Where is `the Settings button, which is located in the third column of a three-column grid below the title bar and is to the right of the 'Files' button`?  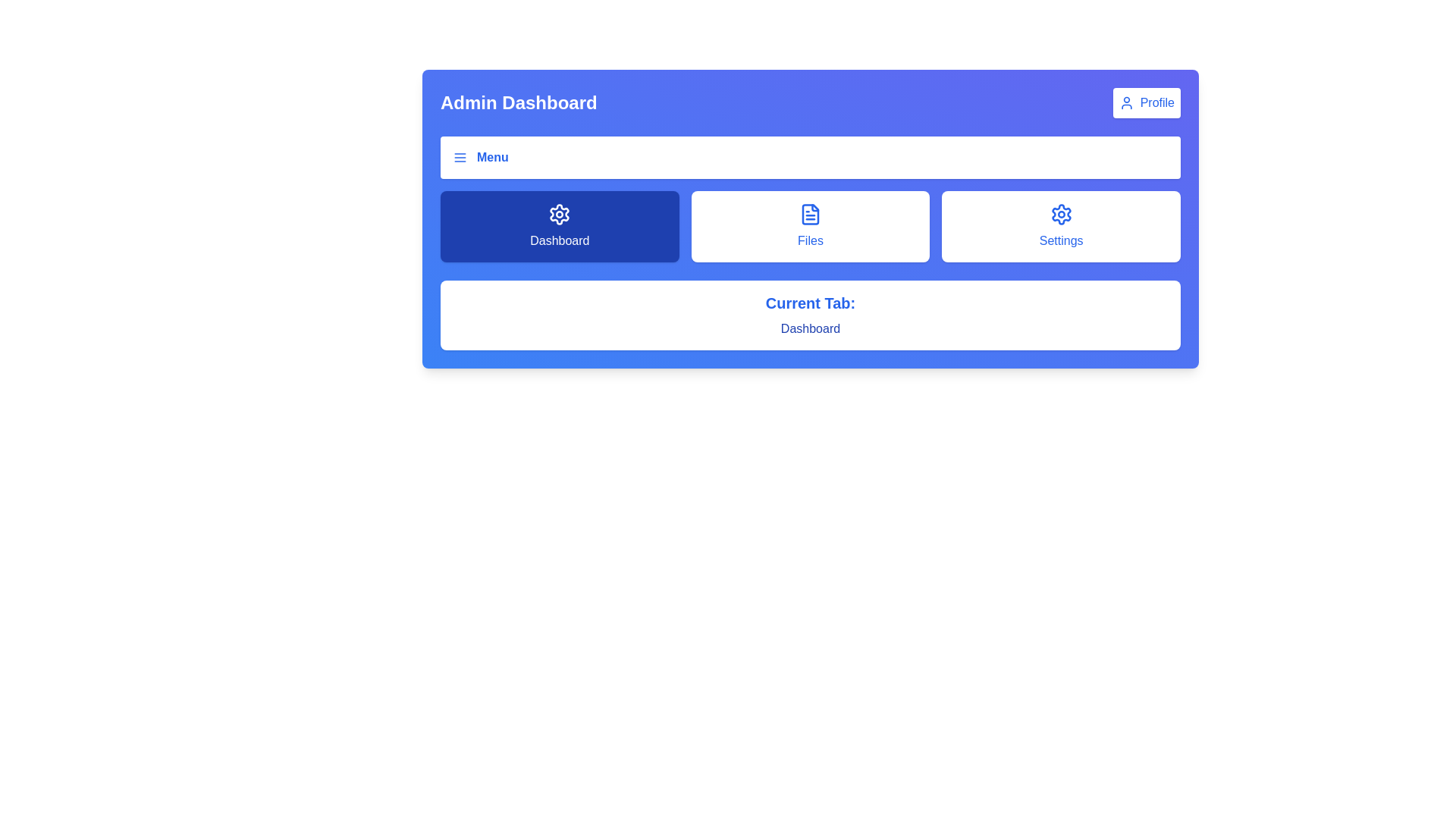
the Settings button, which is located in the third column of a three-column grid below the title bar and is to the right of the 'Files' button is located at coordinates (1060, 227).